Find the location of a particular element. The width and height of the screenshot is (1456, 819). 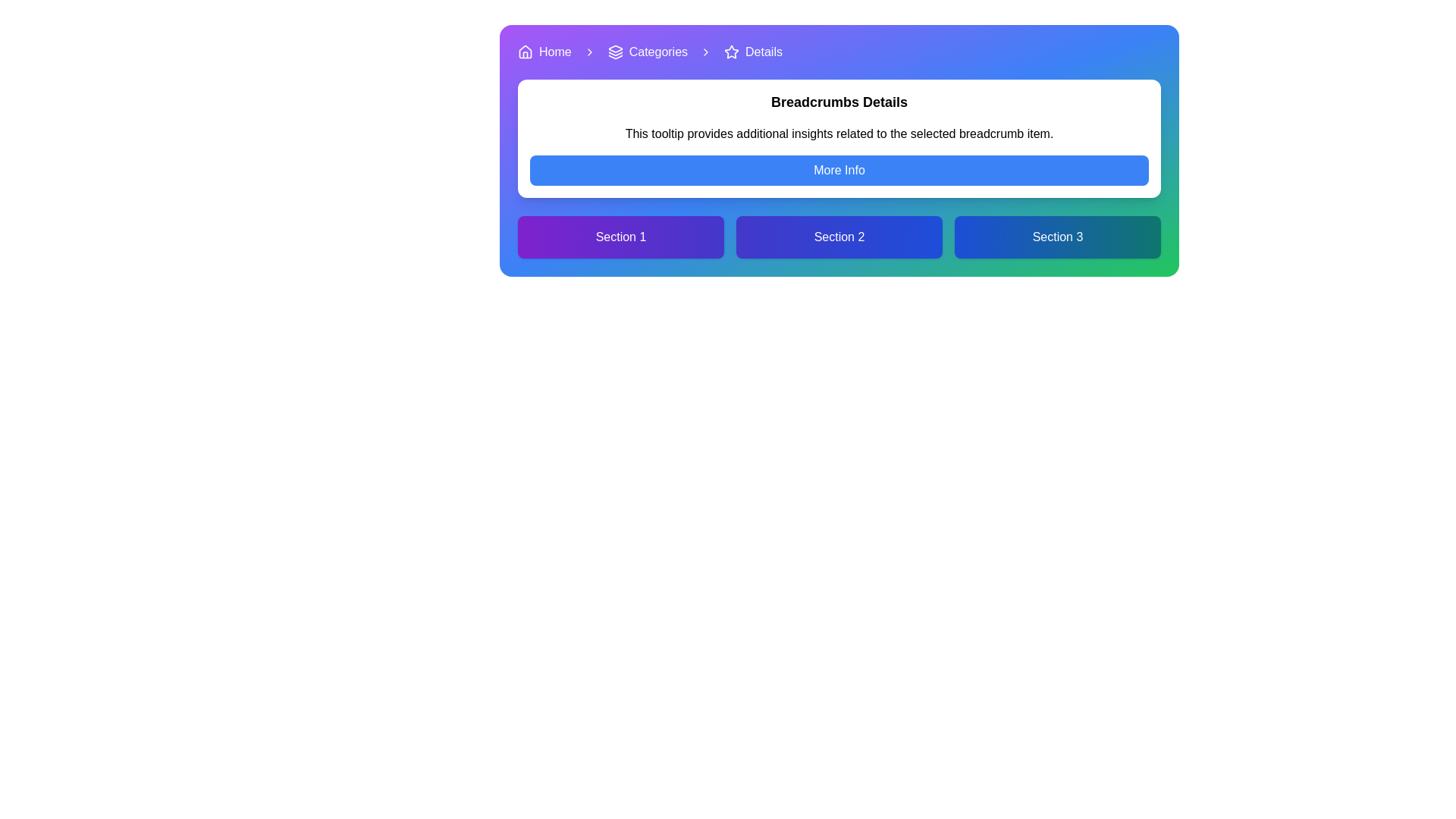

the star-shaped icon with a hollow center located in the breadcrumb navigation bar next to the 'Details' text is located at coordinates (731, 51).